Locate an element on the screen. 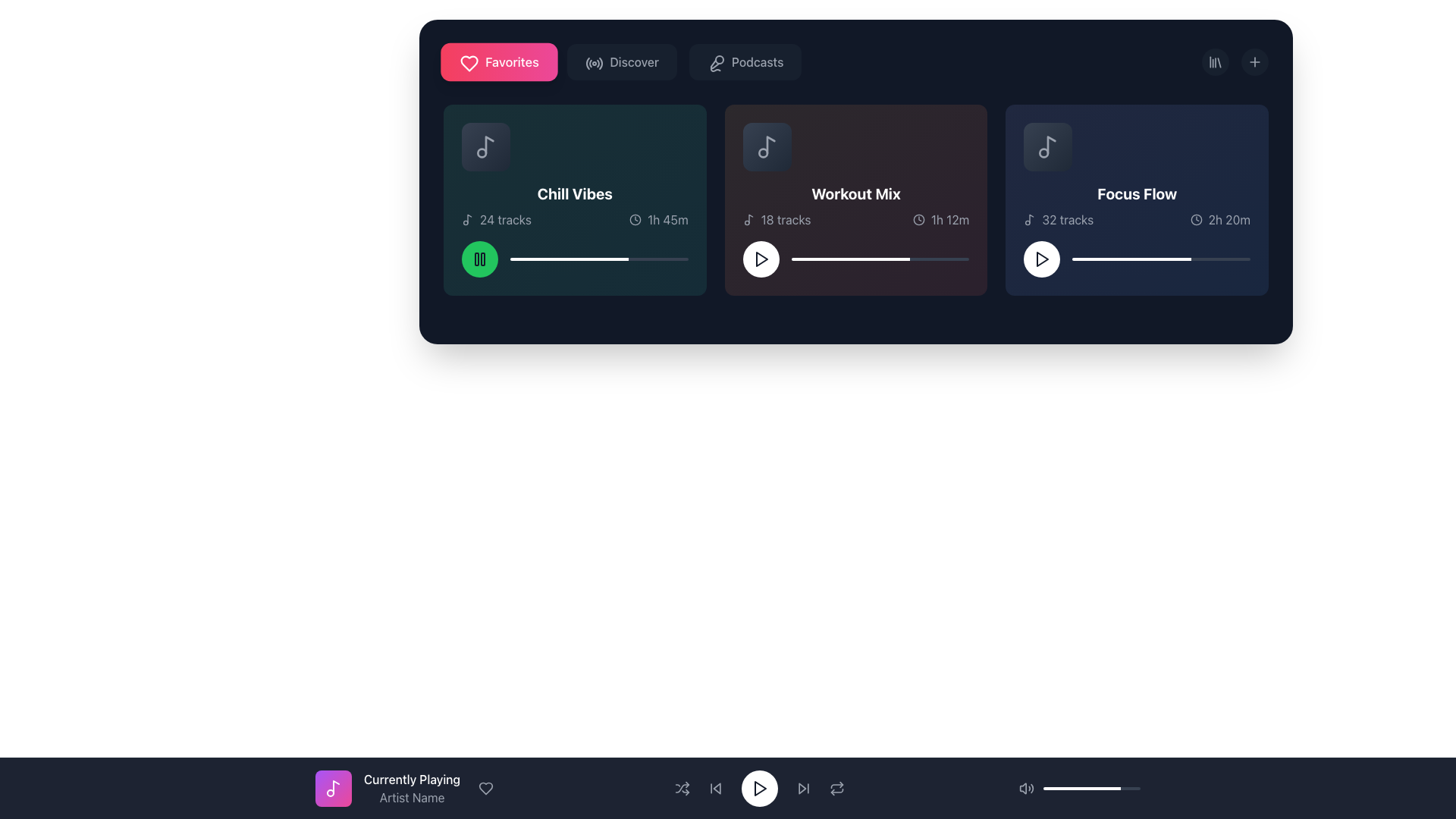  the playback icon within the 'Focus Flow' card section is located at coordinates (1041, 259).